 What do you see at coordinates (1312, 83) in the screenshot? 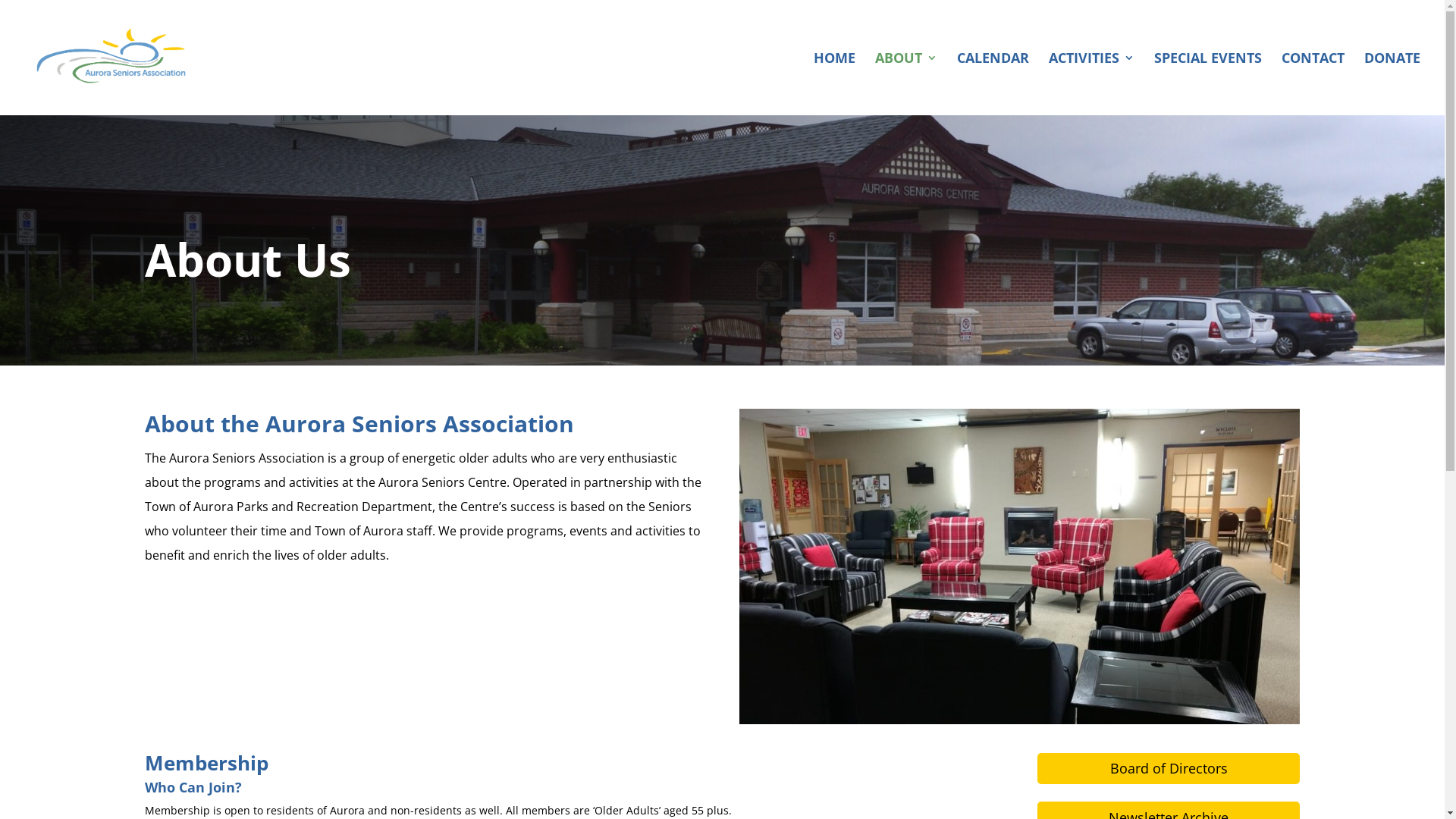
I see `'CONTACT'` at bounding box center [1312, 83].